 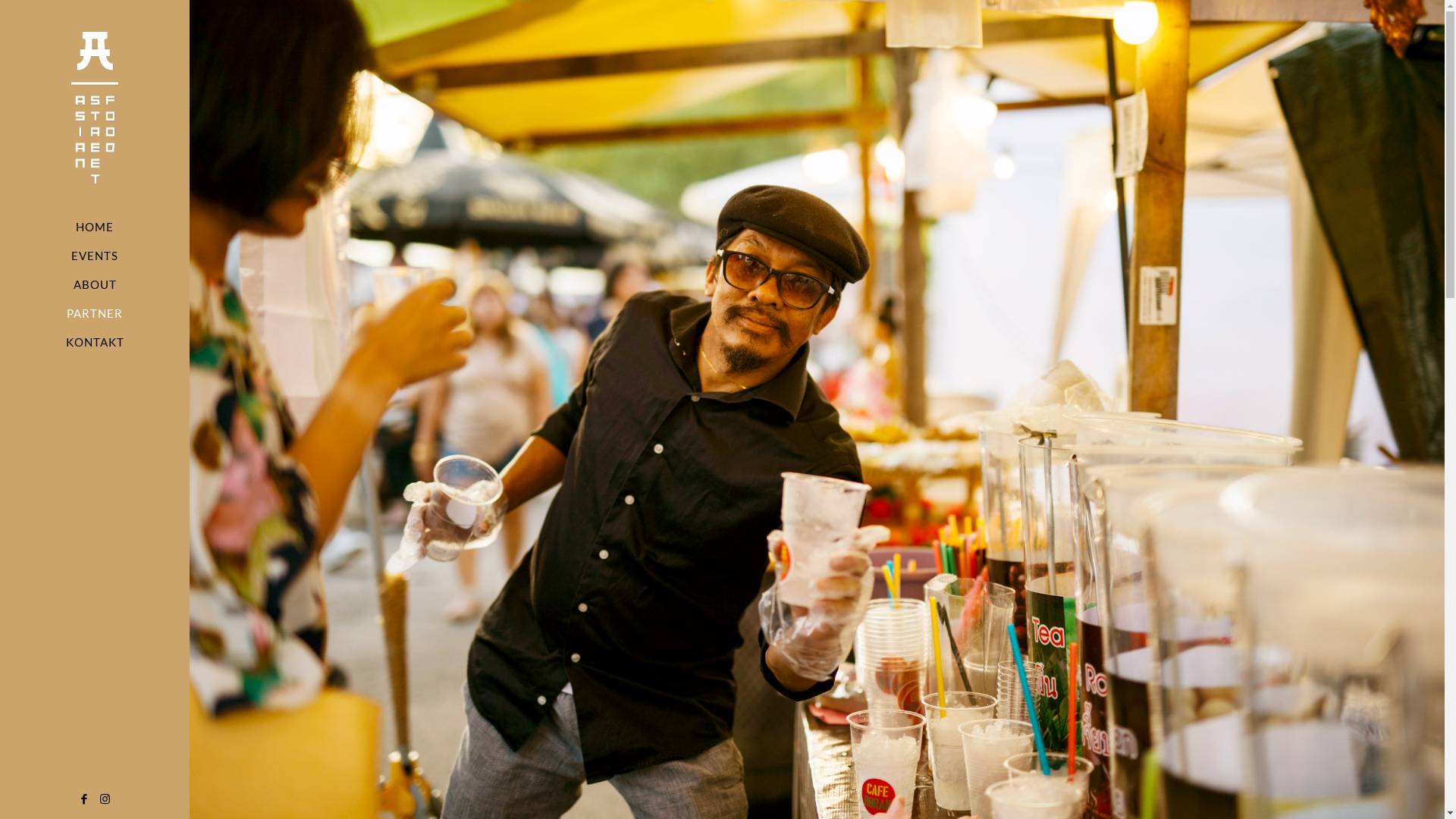 I want to click on 'ABOUT', so click(x=0, y=284).